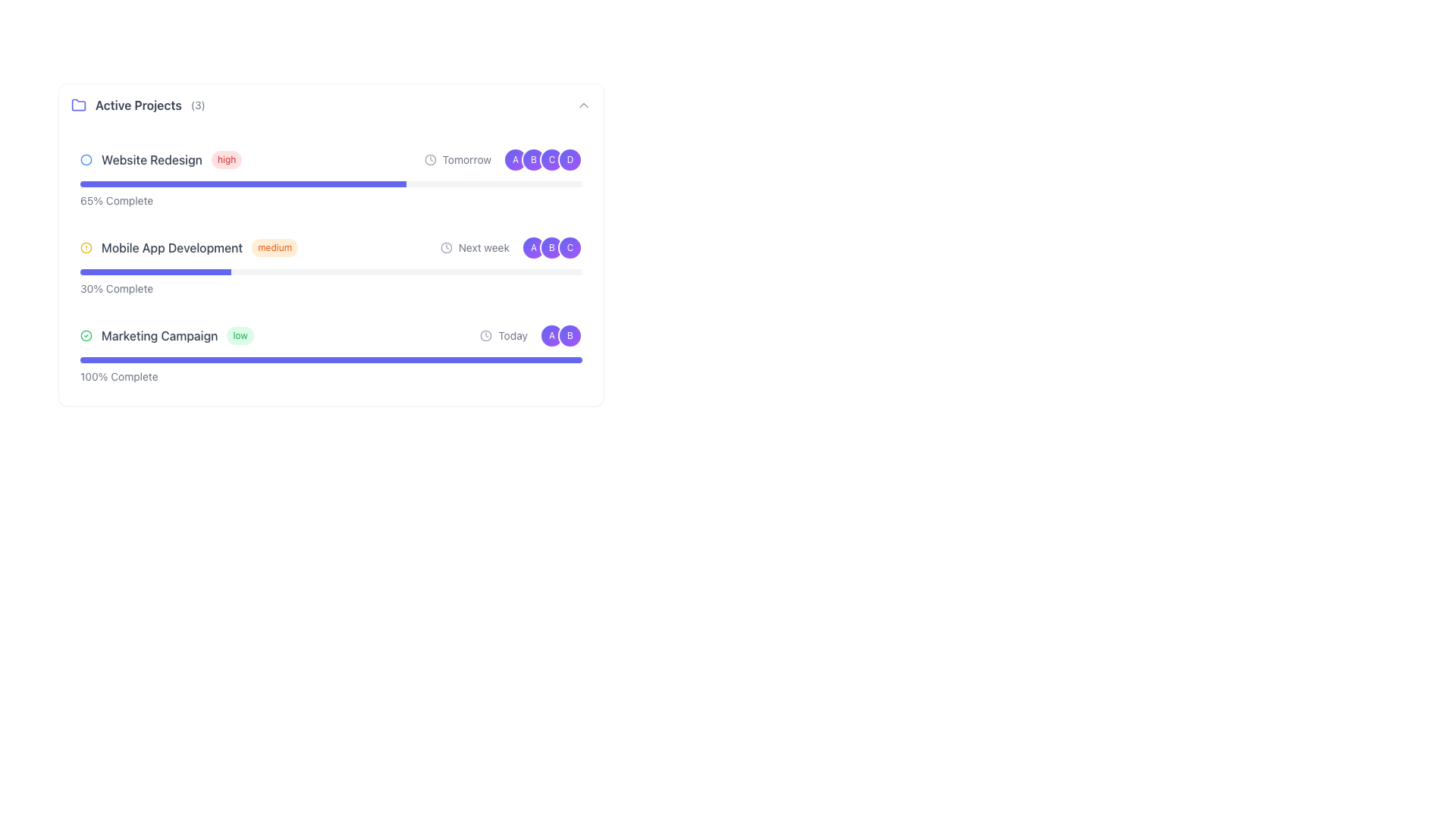  I want to click on the text label displaying 'Mobile App Development', which is the second label in the vertical list of project entries under 'Active Projects (3)', so click(172, 247).